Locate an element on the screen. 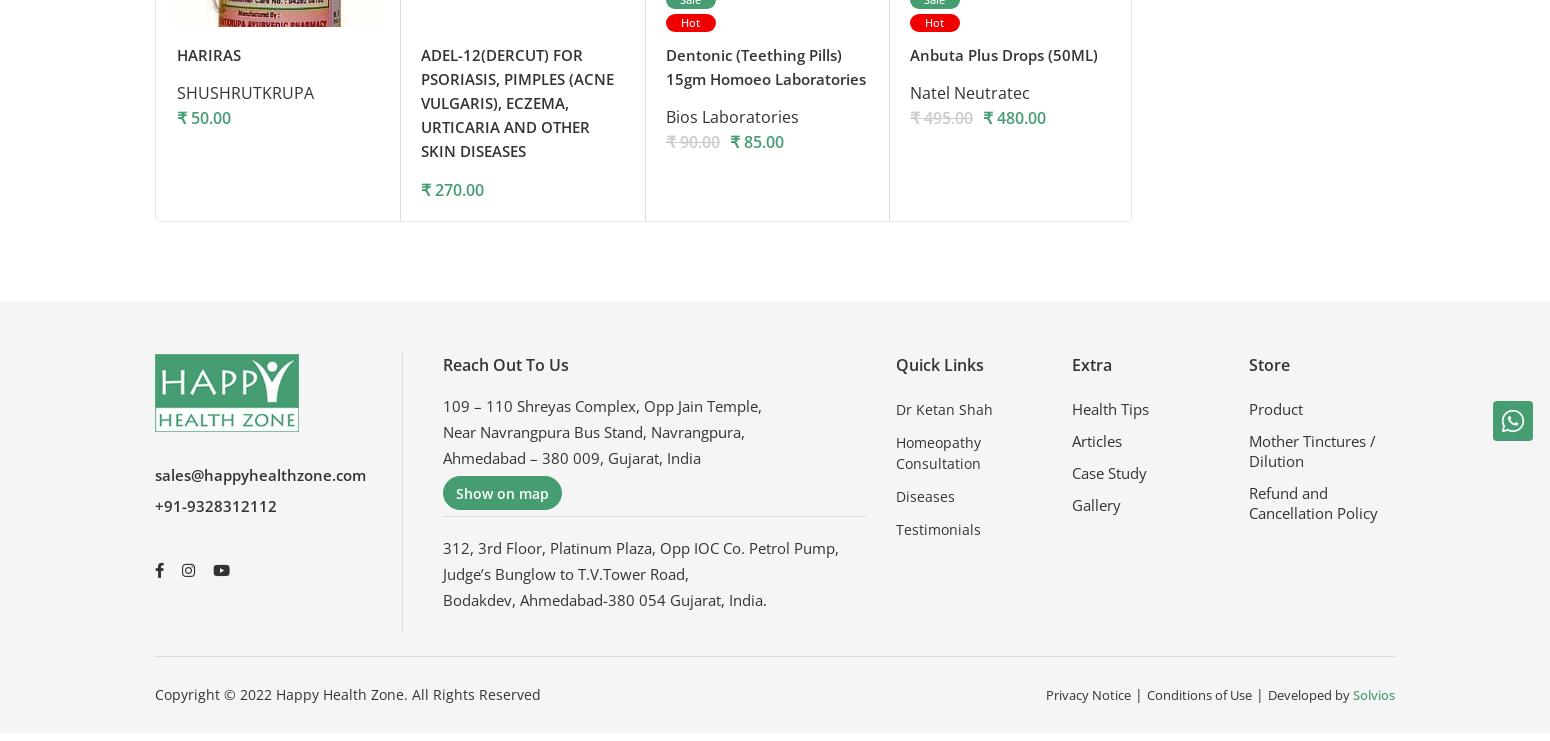 Image resolution: width=1550 pixels, height=741 pixels. '50.00' is located at coordinates (207, 122).